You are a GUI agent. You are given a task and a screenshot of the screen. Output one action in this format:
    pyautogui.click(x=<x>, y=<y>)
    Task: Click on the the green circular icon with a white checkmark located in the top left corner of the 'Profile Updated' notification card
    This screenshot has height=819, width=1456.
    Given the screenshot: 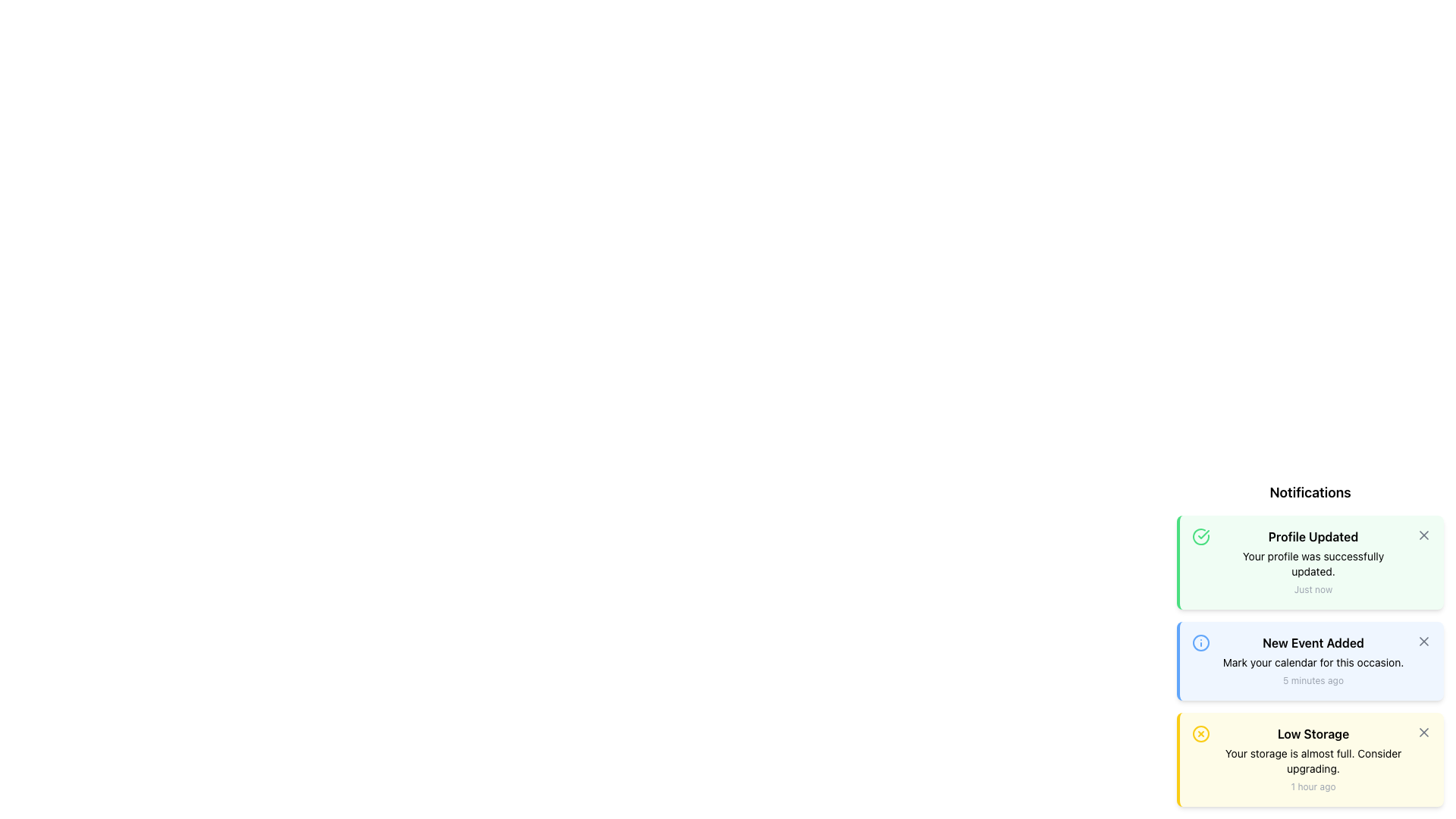 What is the action you would take?
    pyautogui.click(x=1200, y=536)
    